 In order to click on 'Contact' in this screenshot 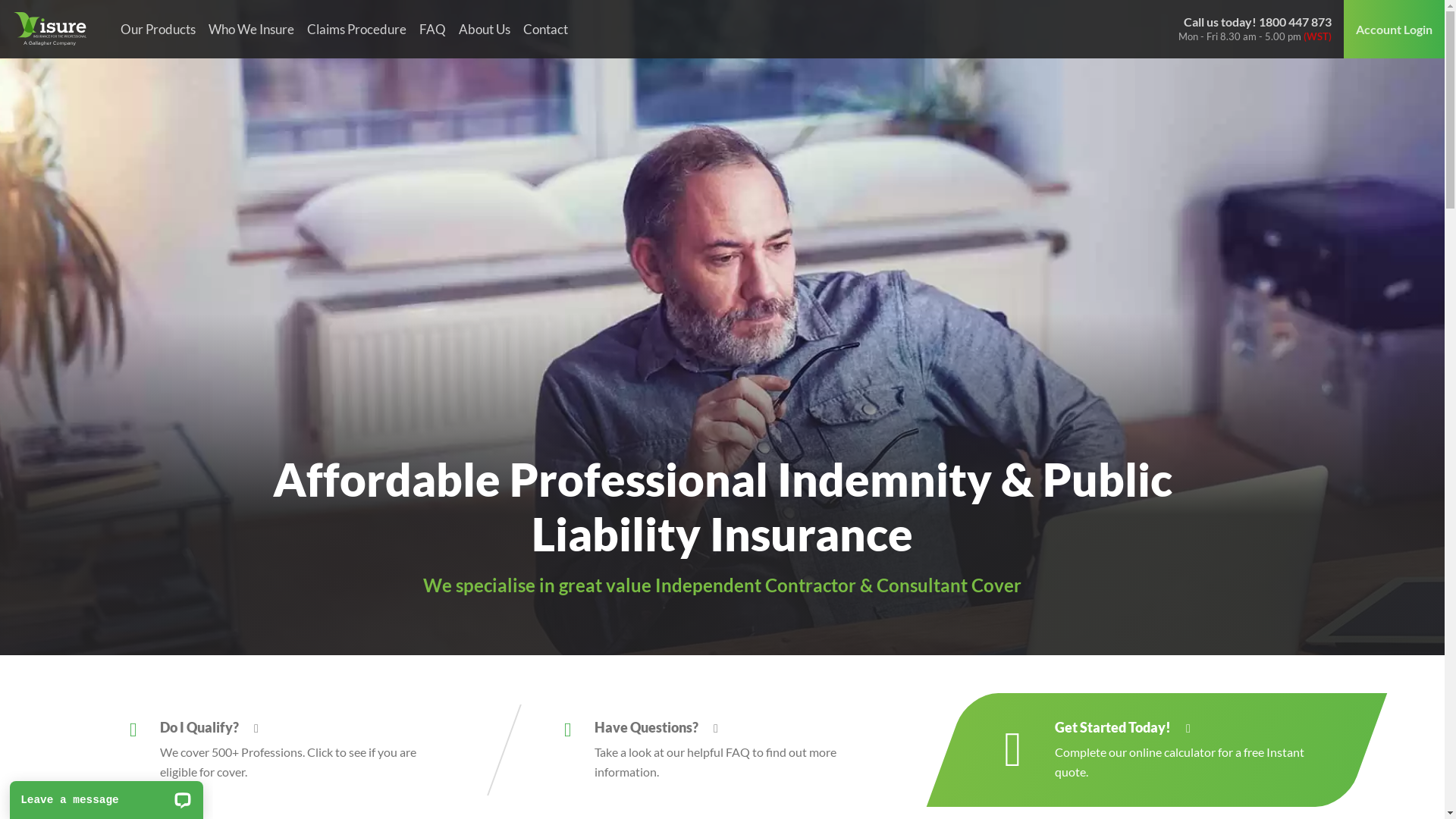, I will do `click(545, 29)`.